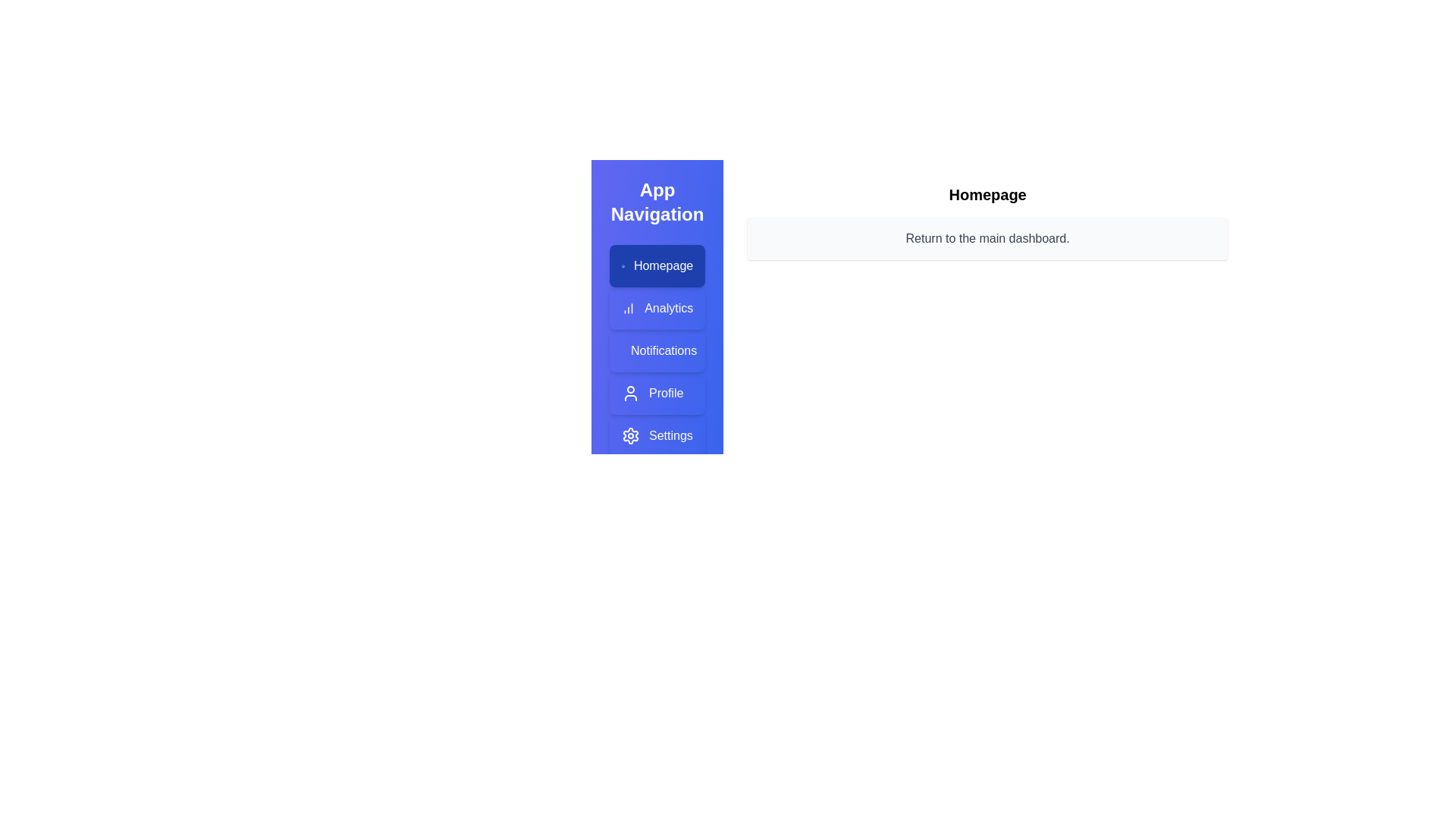  What do you see at coordinates (630, 435) in the screenshot?
I see `the settings menu icon located at the last position of the navigation menu on the left side of the interface` at bounding box center [630, 435].